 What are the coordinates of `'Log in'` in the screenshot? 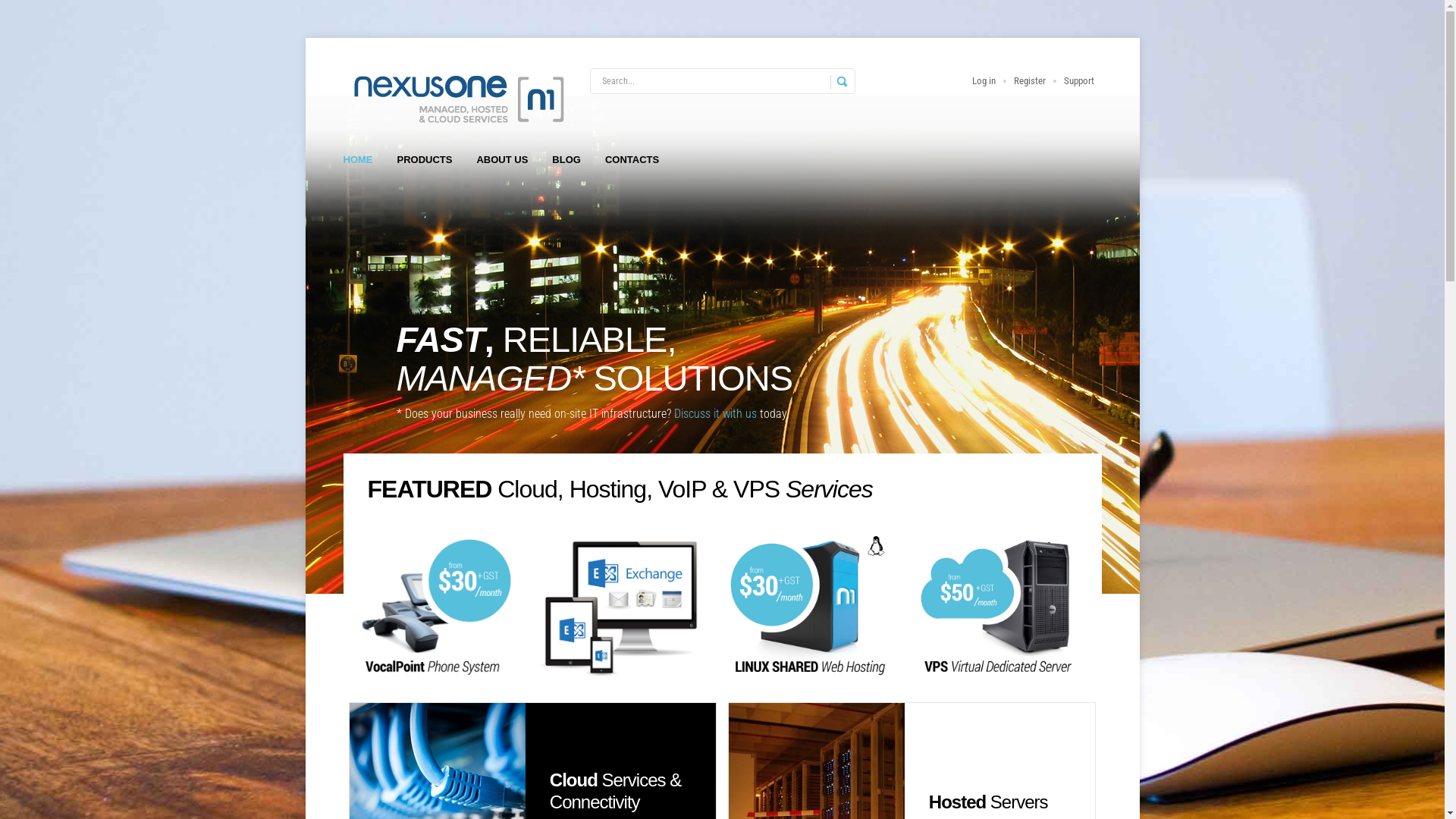 It's located at (984, 80).